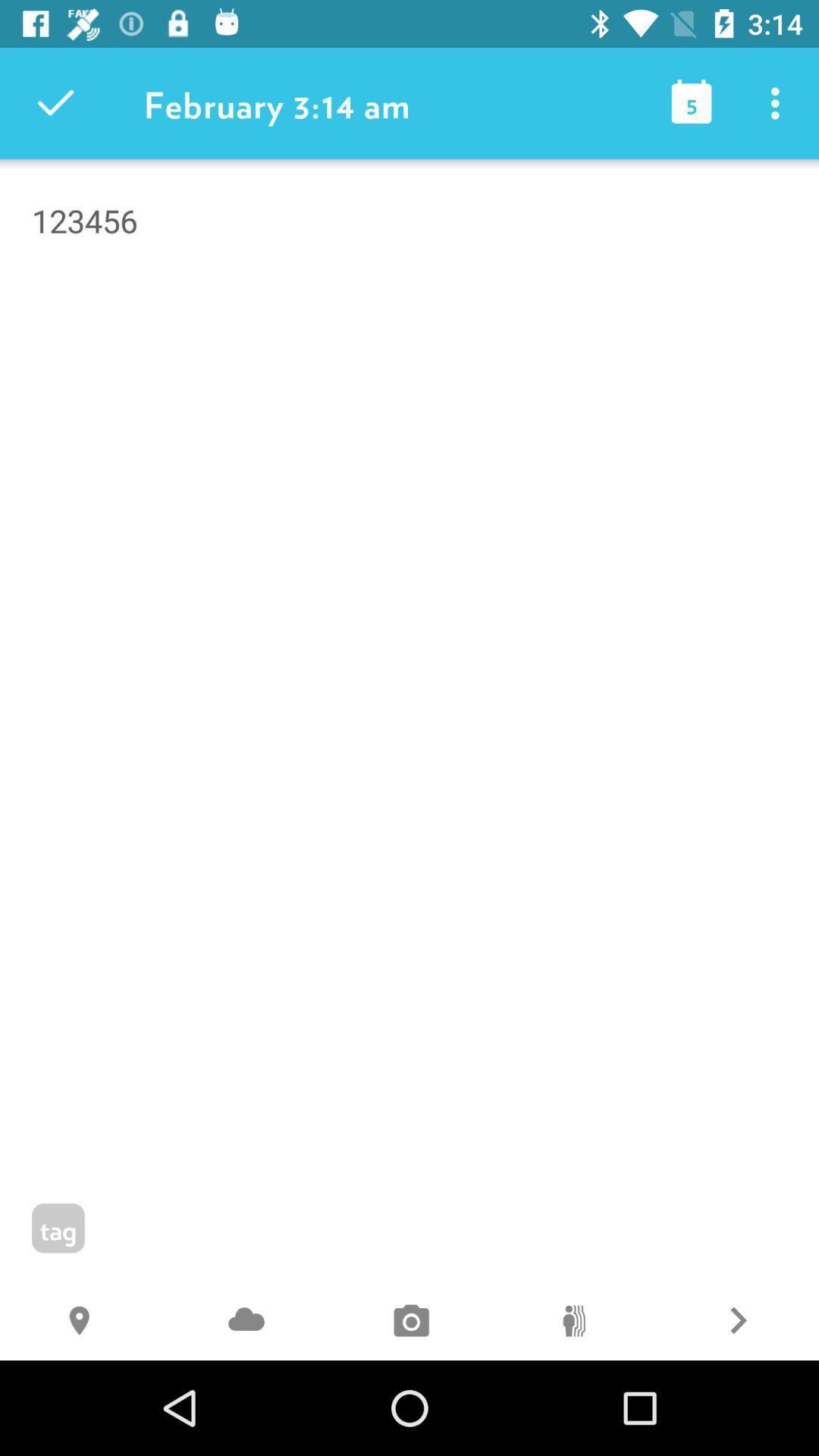 The height and width of the screenshot is (1456, 819). Describe the element at coordinates (691, 102) in the screenshot. I see `the icon next to february 3 14 item` at that location.